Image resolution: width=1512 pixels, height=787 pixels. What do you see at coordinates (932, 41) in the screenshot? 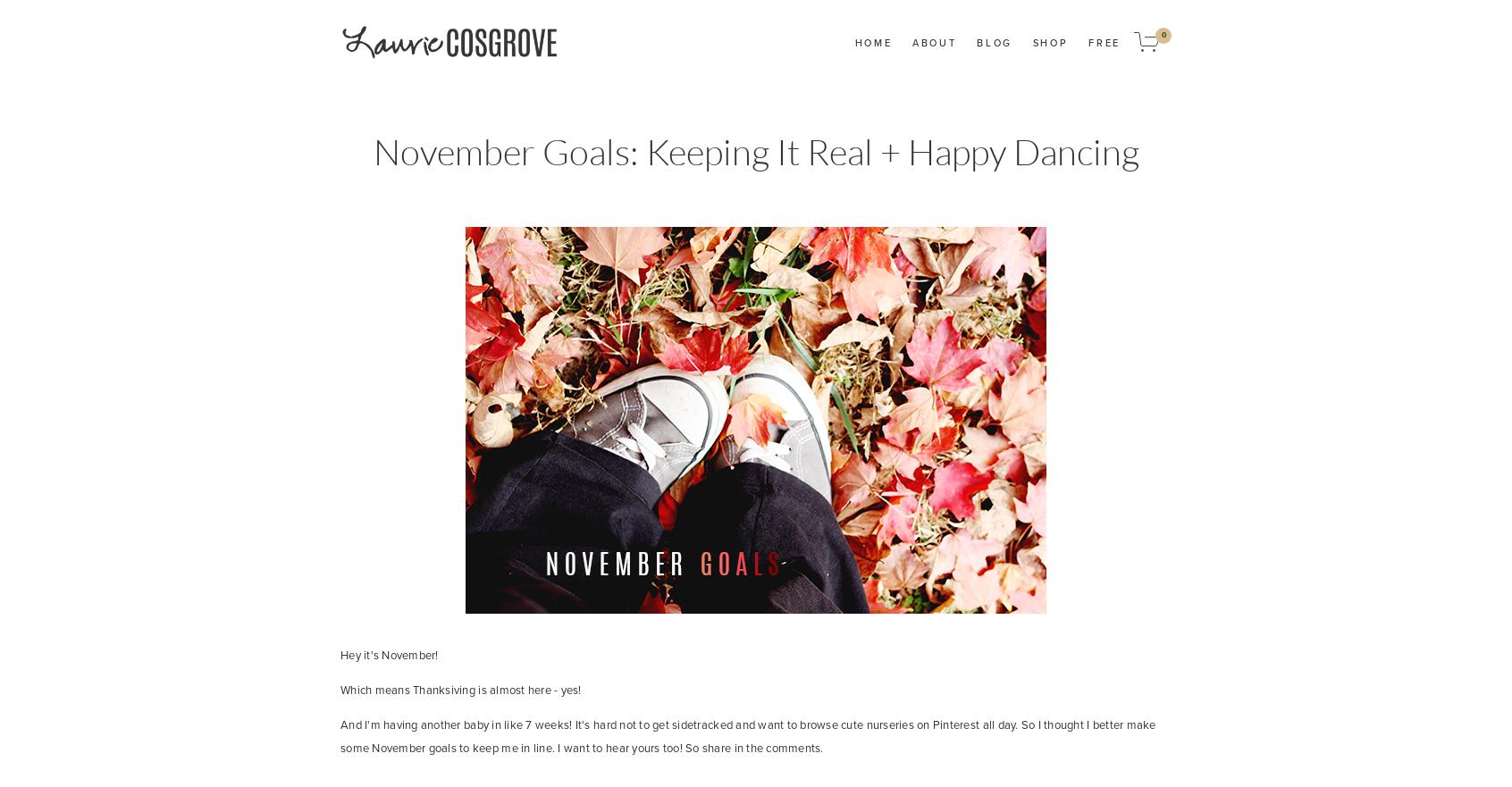
I see `'About'` at bounding box center [932, 41].